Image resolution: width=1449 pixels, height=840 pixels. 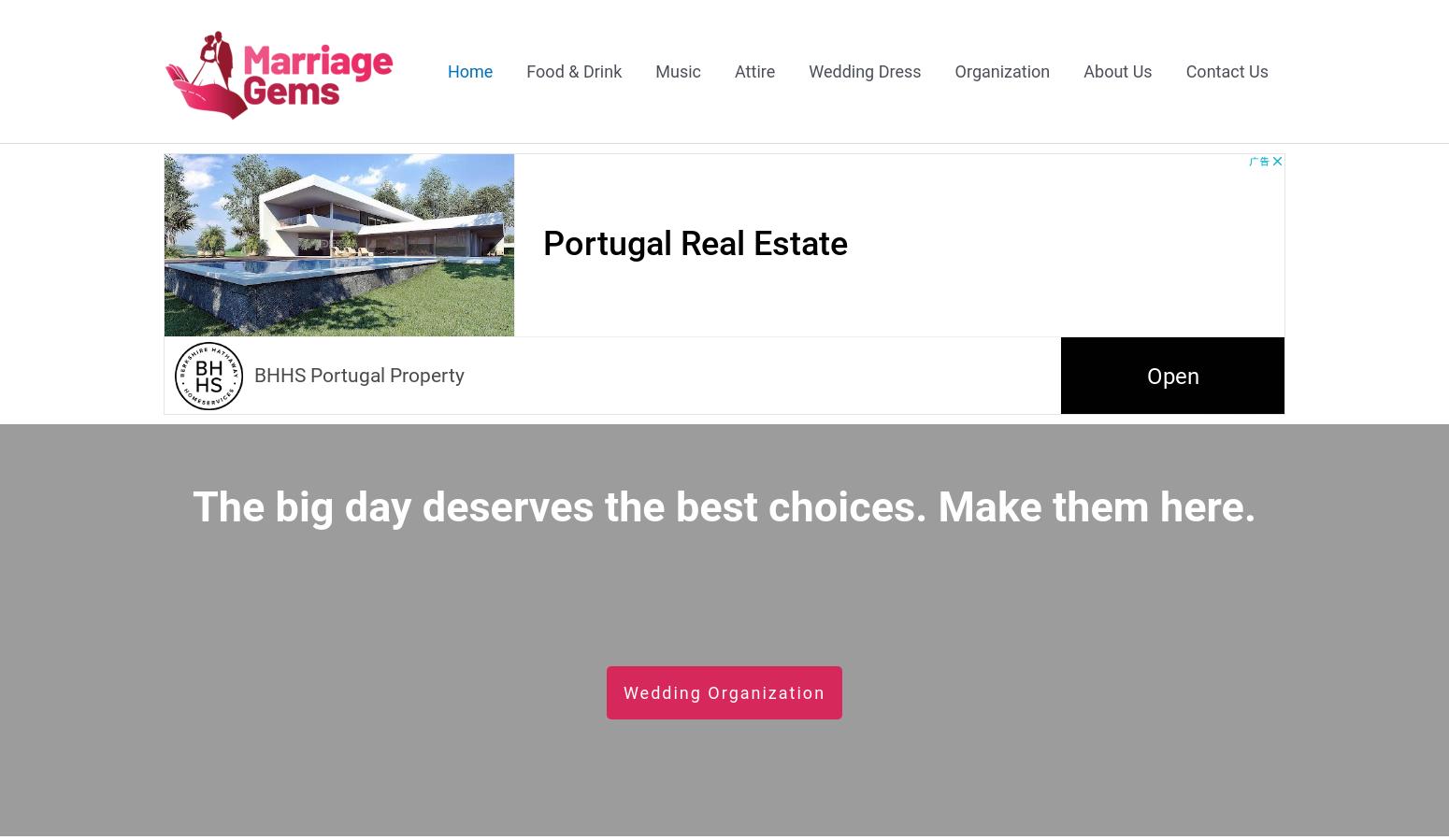 What do you see at coordinates (1226, 69) in the screenshot?
I see `'Contact Us'` at bounding box center [1226, 69].